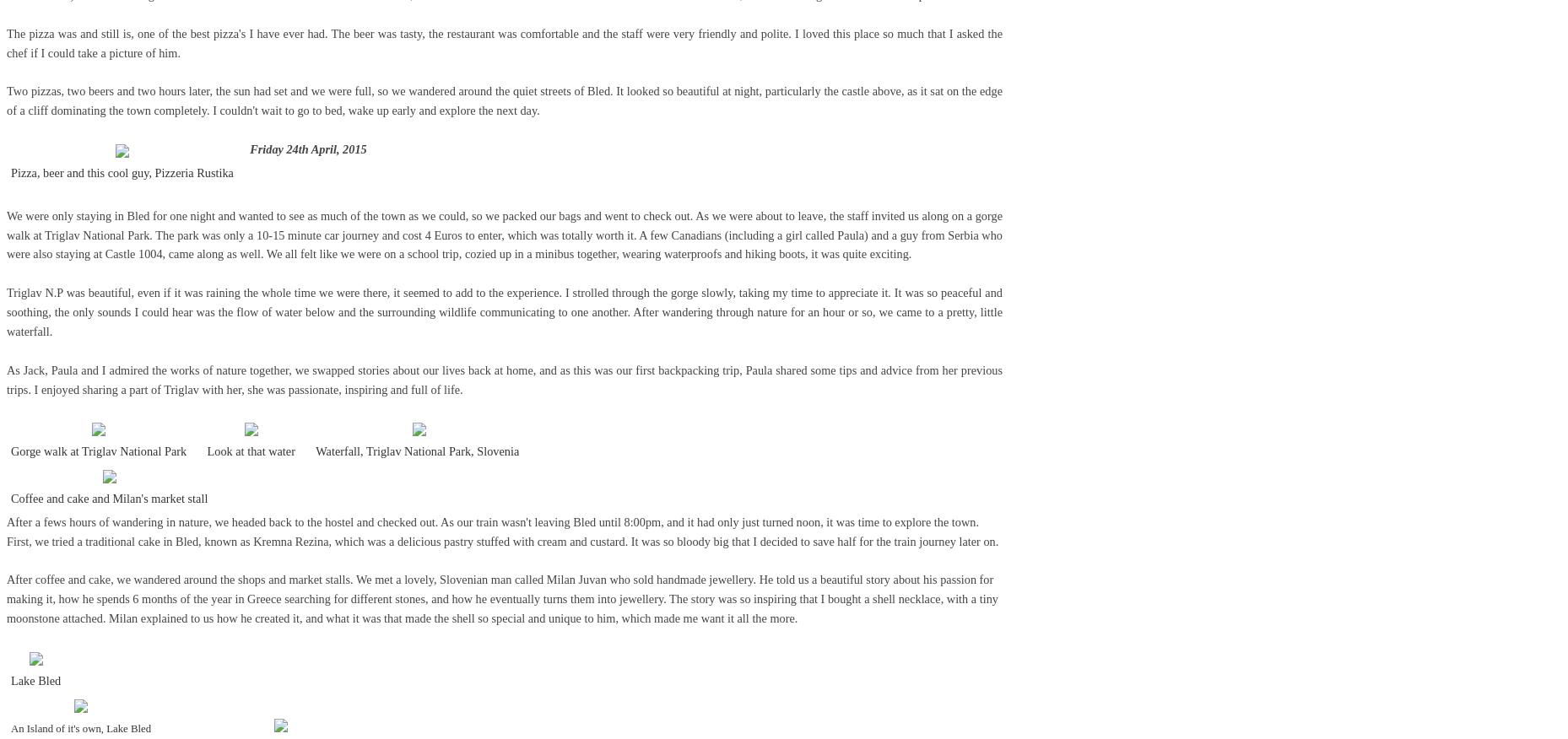 This screenshot has height=739, width=1568. I want to click on 'As Jack, Paula and I admired the works of nature together, we swapped stories about our lives back at home, and as this was our first backpacking trip, Paula shared some tips and advice from her previous trips. I enjoyed sharing a part of Triglav with her, she was passionate, inspiring and full of life.', so click(504, 378).